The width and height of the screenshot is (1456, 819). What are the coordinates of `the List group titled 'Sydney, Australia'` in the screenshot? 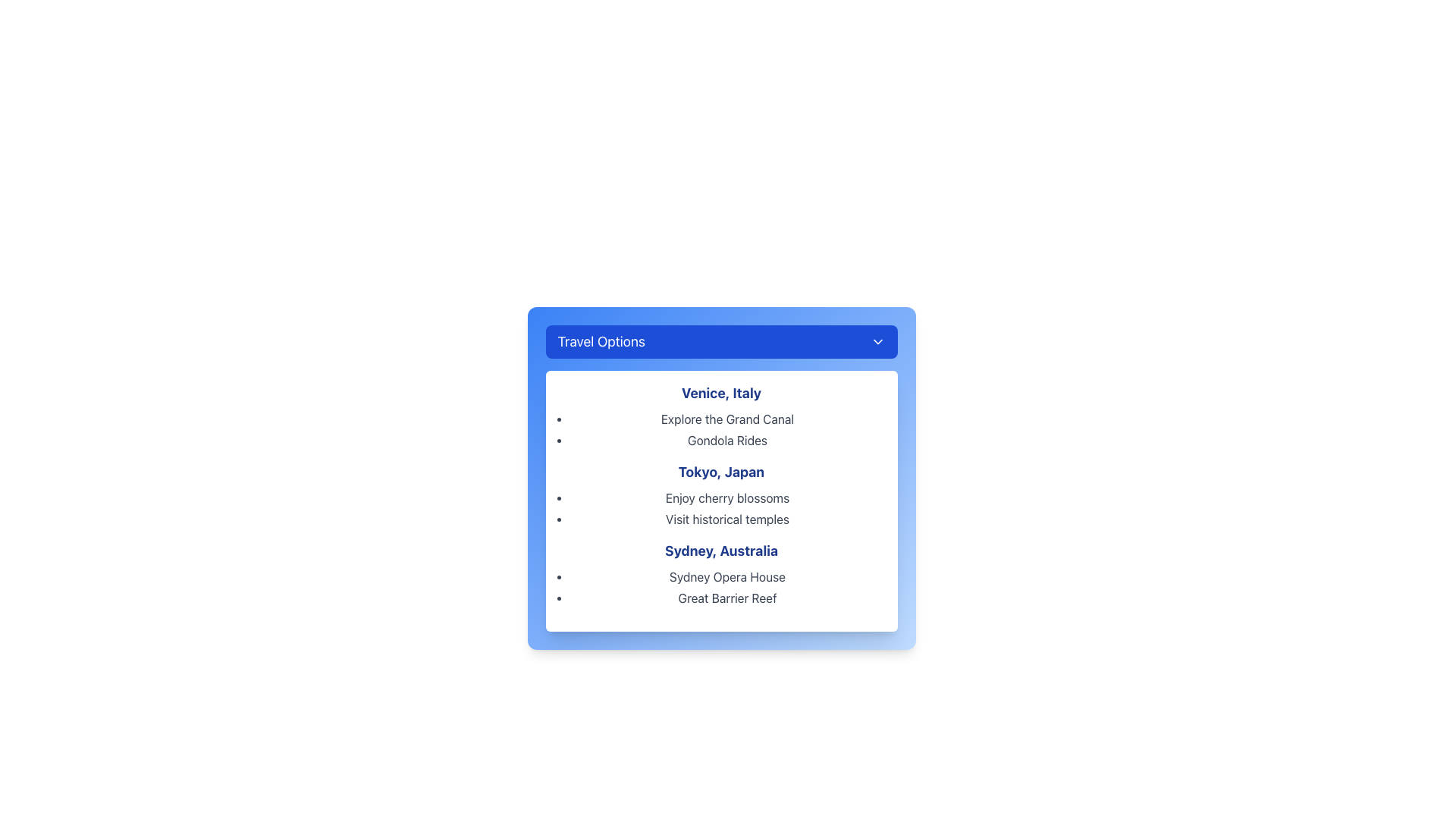 It's located at (720, 573).